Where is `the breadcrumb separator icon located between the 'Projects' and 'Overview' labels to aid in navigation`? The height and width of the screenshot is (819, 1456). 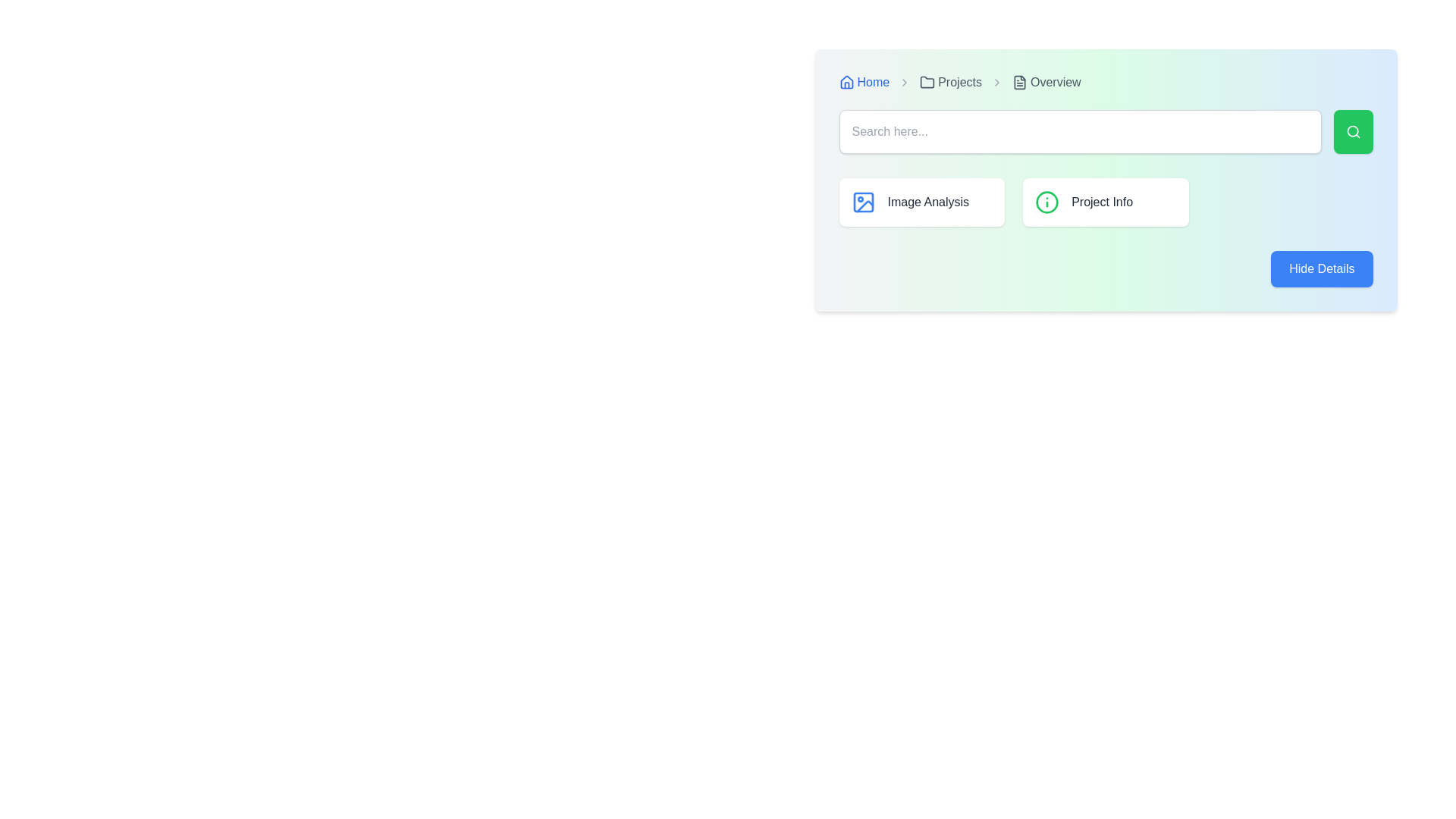
the breadcrumb separator icon located between the 'Projects' and 'Overview' labels to aid in navigation is located at coordinates (997, 82).